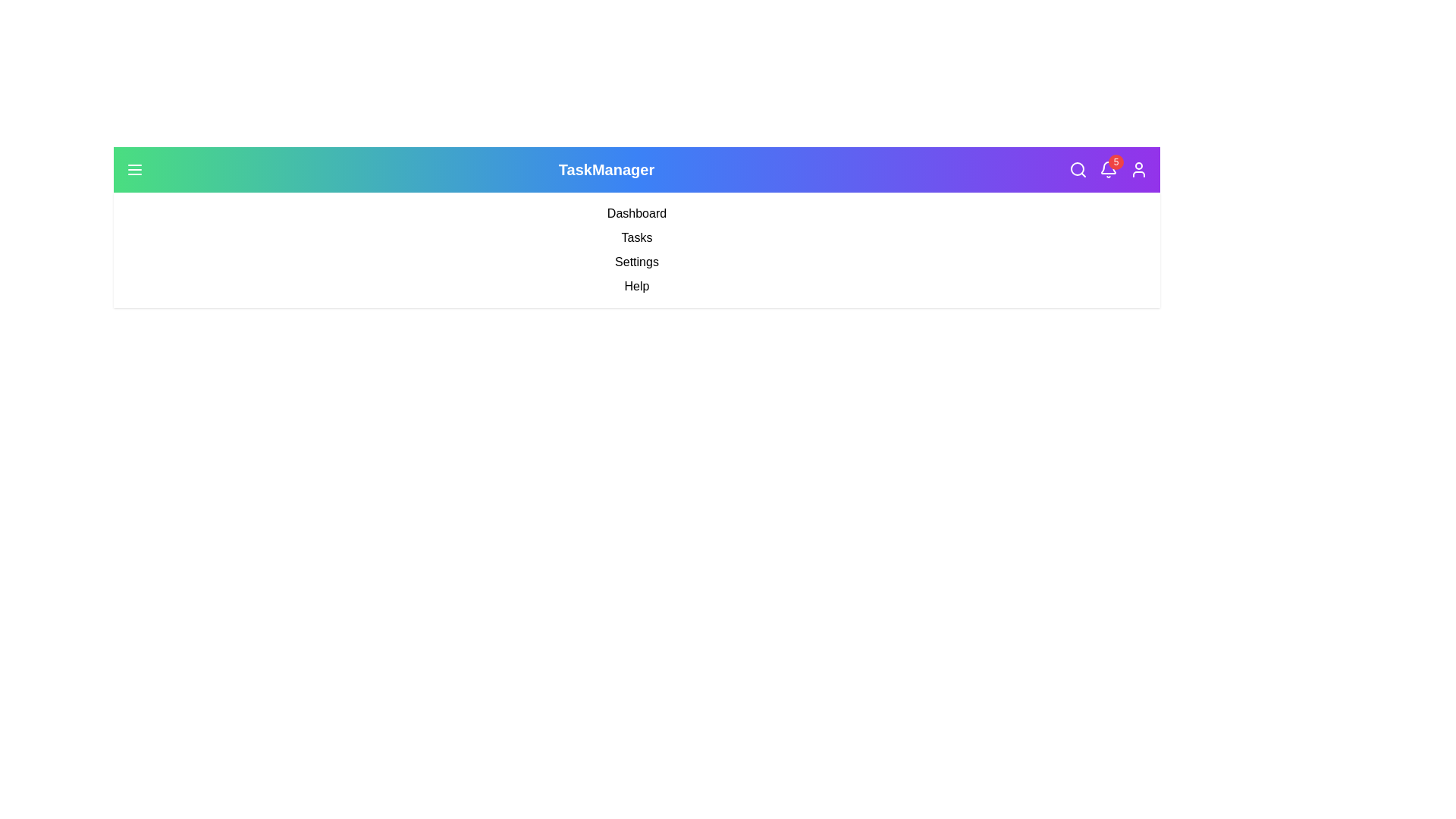 The height and width of the screenshot is (819, 1456). Describe the element at coordinates (637, 237) in the screenshot. I see `the 'Tasks' text element, which is the second item in the vertical menu list` at that location.